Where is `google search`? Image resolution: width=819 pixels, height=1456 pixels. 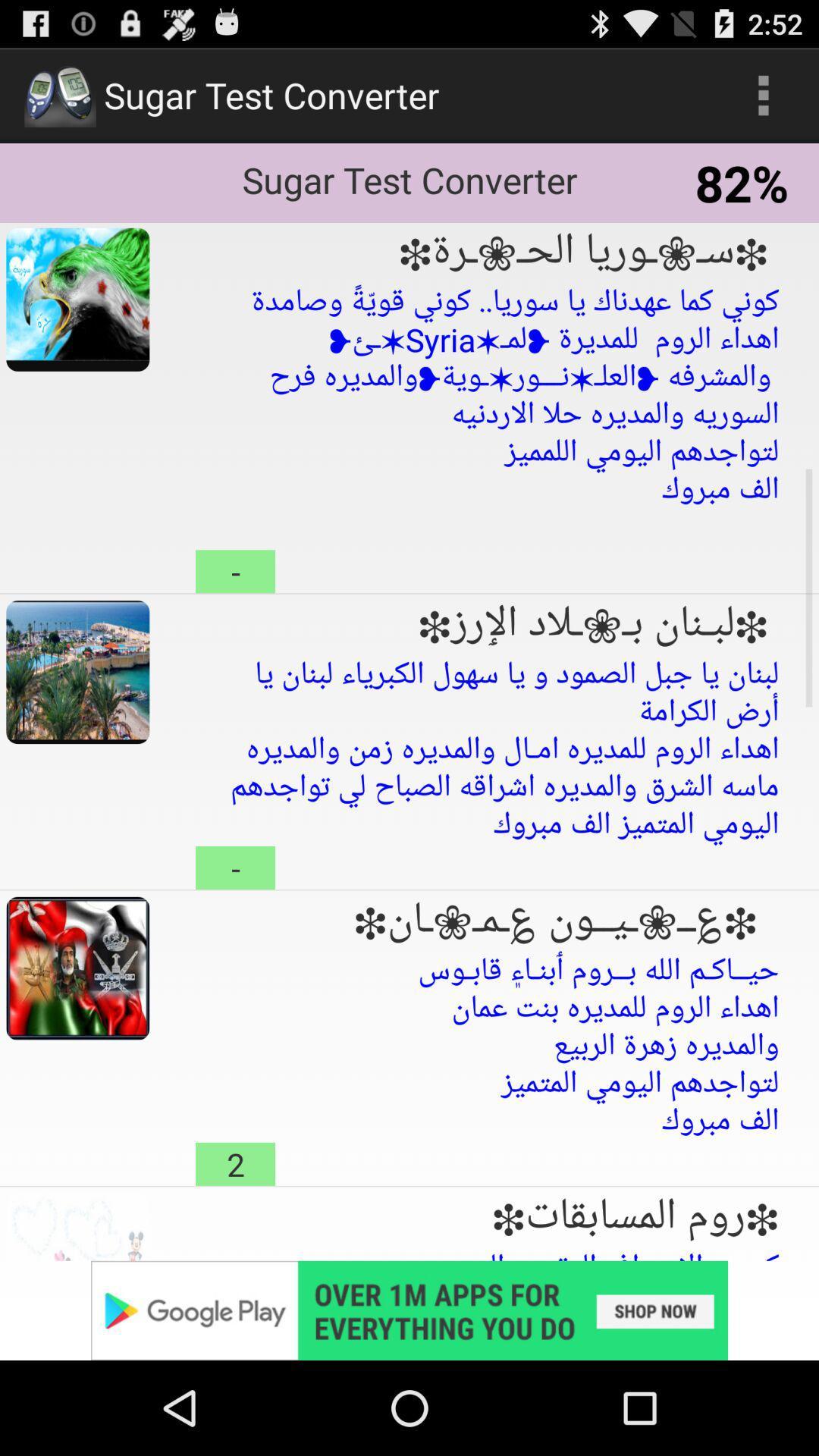 google search is located at coordinates (409, 1310).